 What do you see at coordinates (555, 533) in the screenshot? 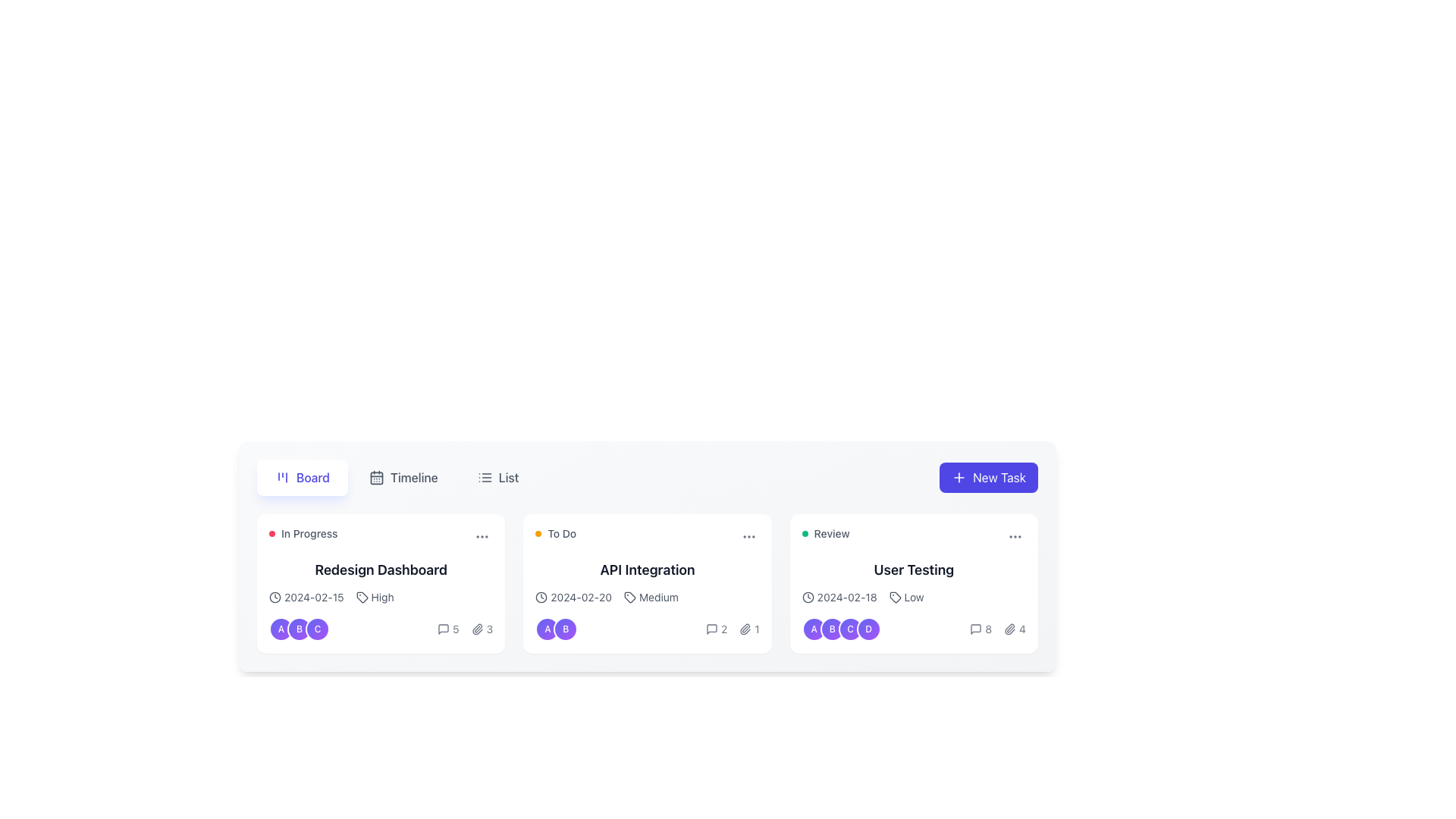
I see `the 'To Do' label, which is styled with medium font size and gray color, located at the top-left corner of the second task card, next to an amber circular status indicator` at bounding box center [555, 533].